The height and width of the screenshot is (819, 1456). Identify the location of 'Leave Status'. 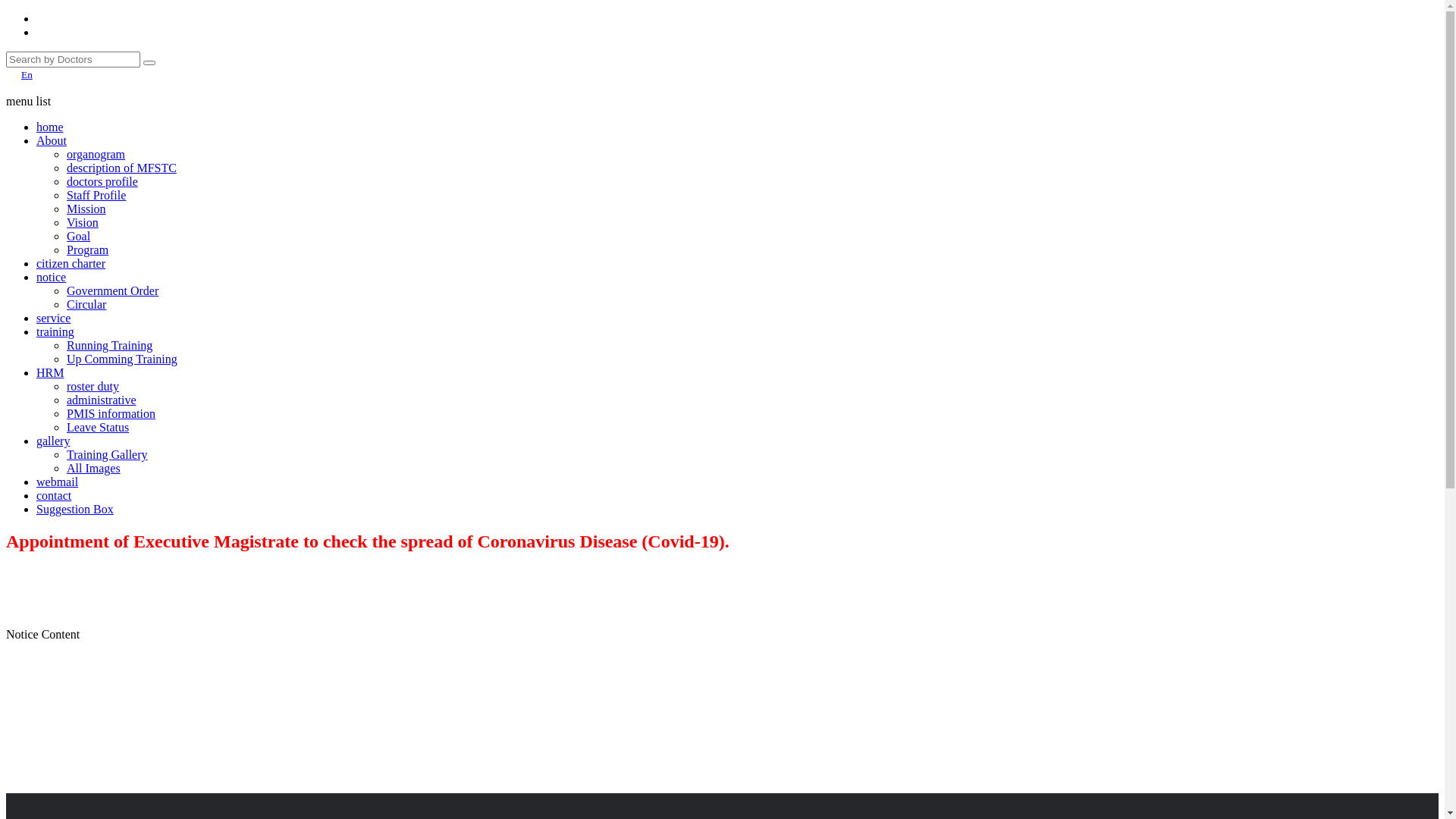
(97, 427).